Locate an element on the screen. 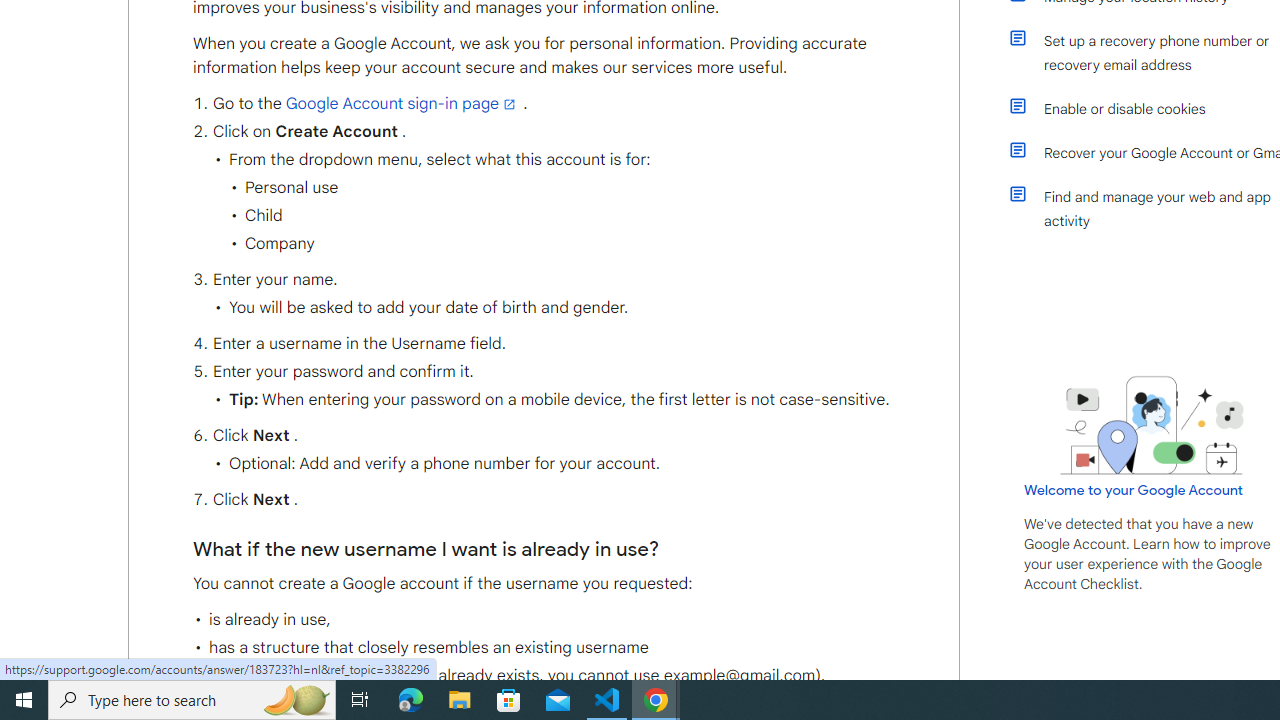  'Google Account sign-in page' is located at coordinates (401, 104).